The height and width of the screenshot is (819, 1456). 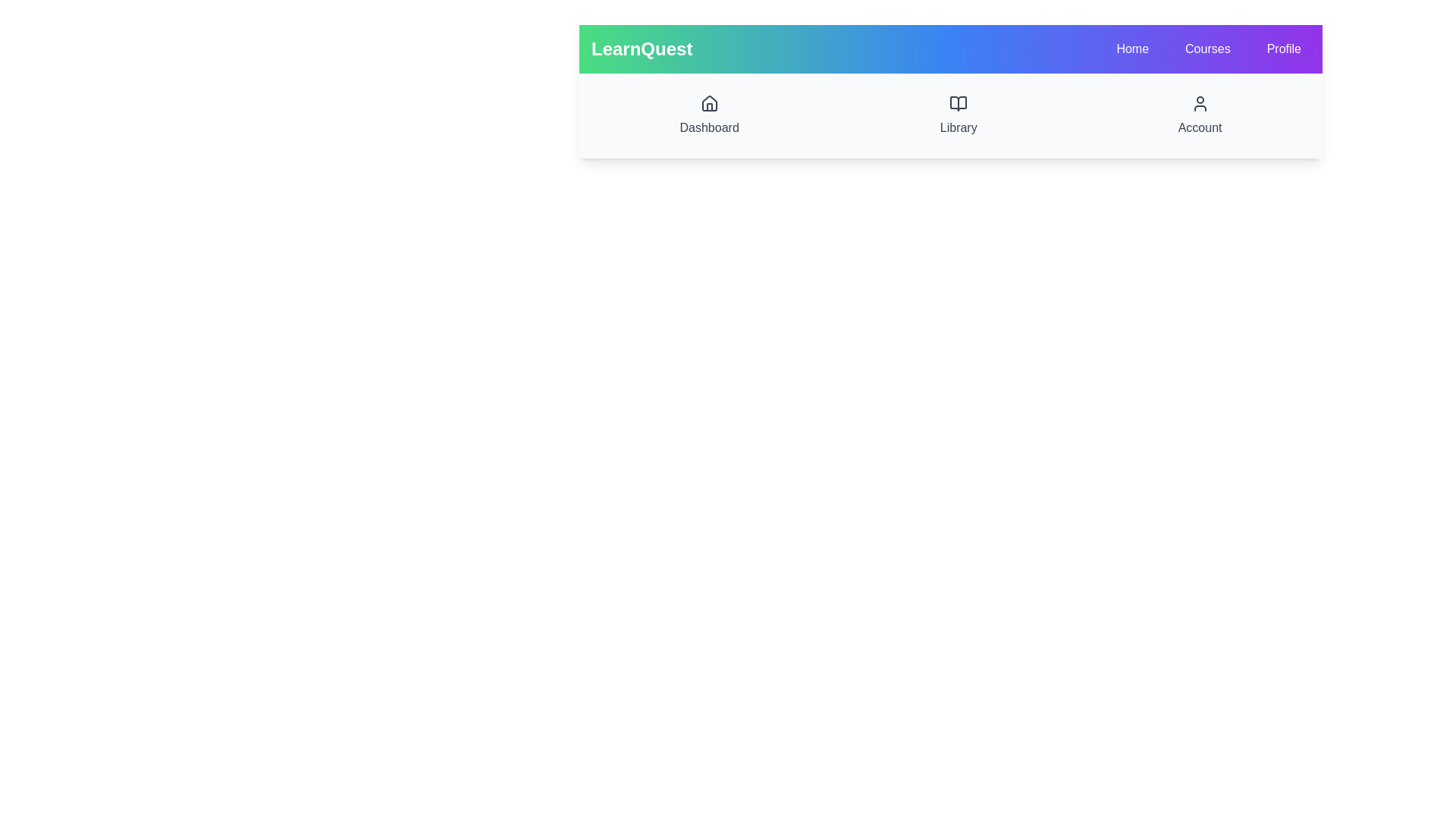 I want to click on the Dashboard to observe its hover effect, so click(x=708, y=115).